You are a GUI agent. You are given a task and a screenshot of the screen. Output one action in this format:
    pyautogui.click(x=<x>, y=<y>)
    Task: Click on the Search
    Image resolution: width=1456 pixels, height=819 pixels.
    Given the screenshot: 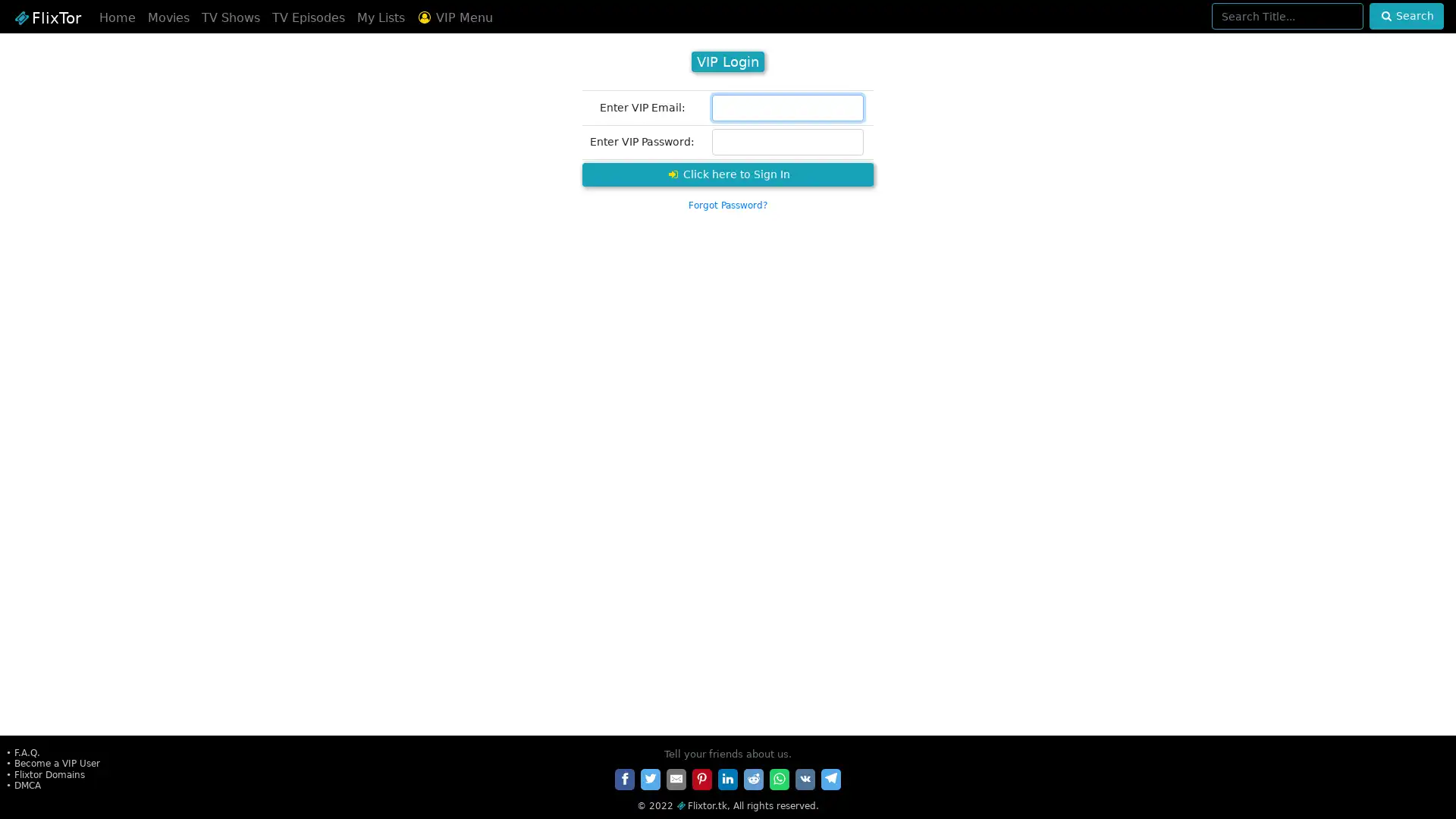 What is the action you would take?
    pyautogui.click(x=1405, y=16)
    